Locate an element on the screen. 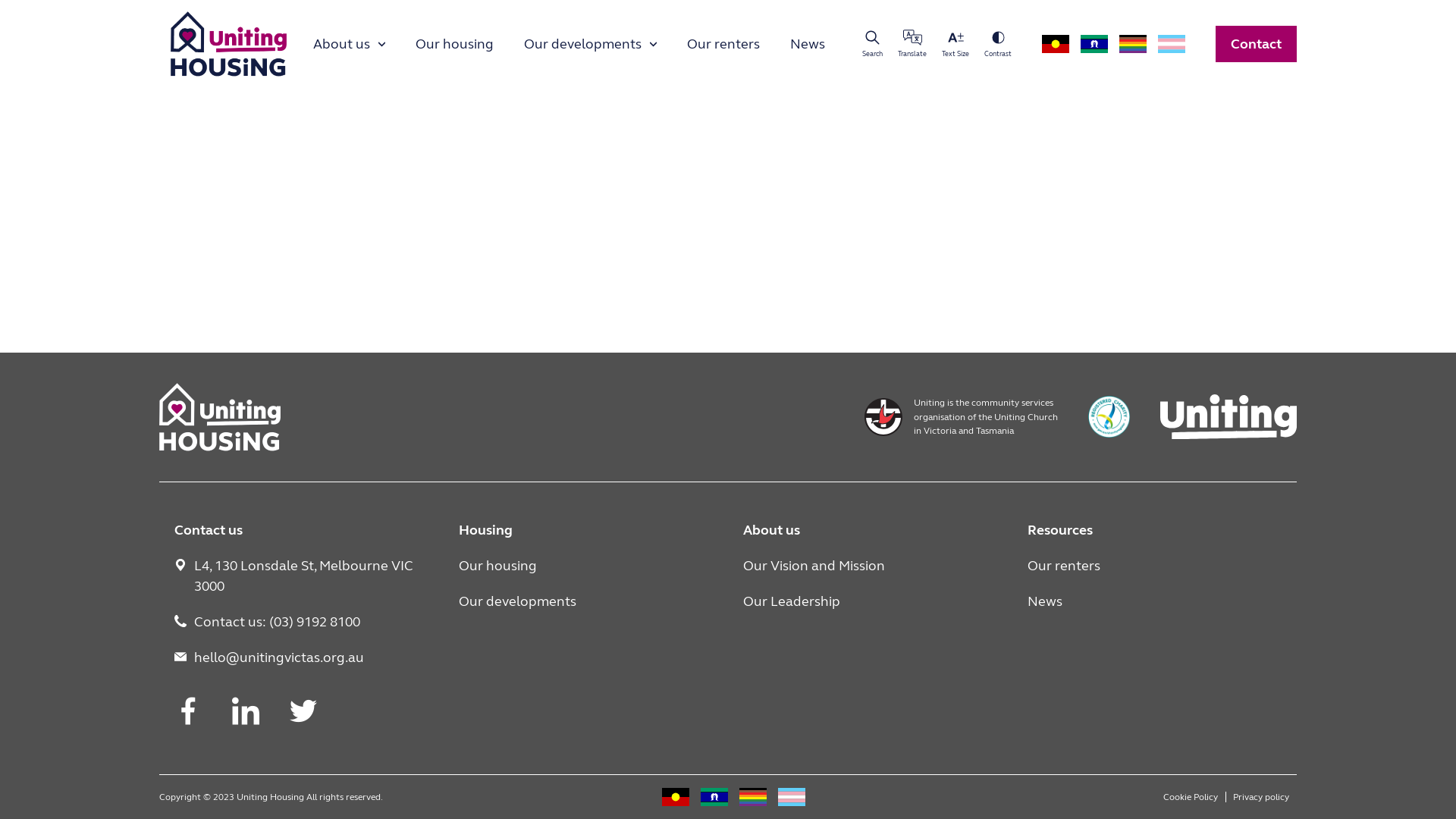 The width and height of the screenshot is (1456, 819). 'Facebook' is located at coordinates (187, 711).